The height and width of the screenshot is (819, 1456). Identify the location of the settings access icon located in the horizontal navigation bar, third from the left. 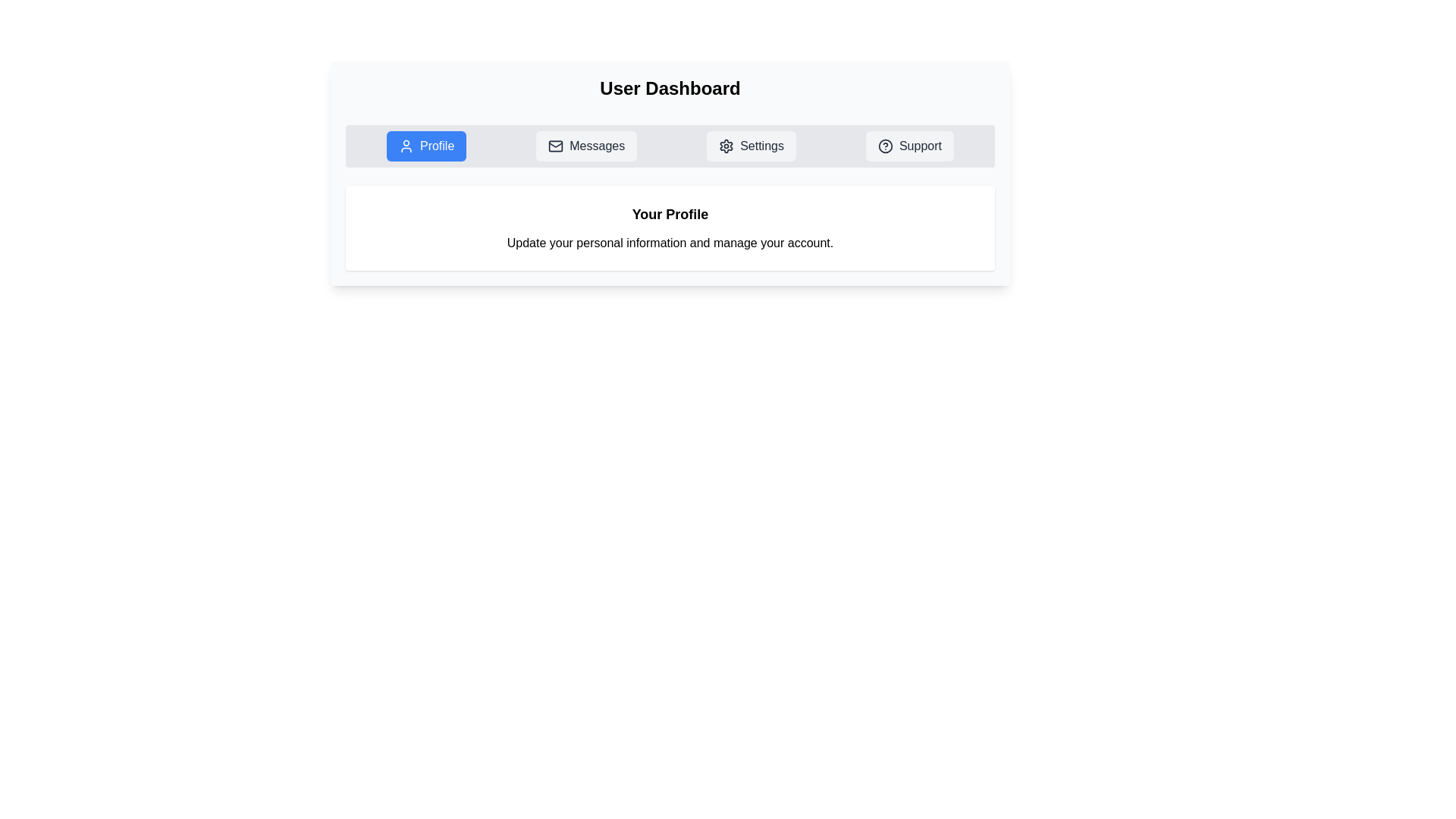
(726, 146).